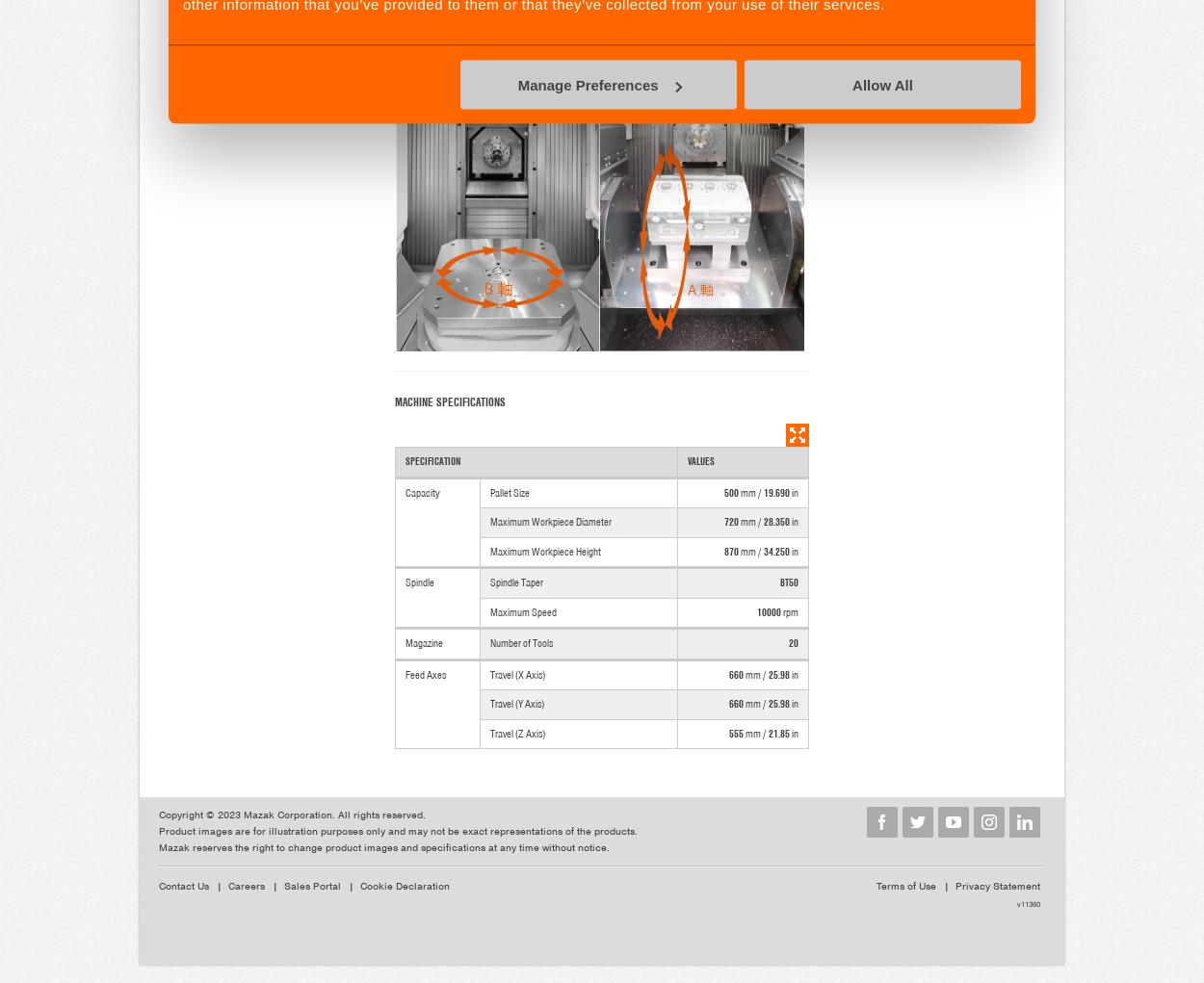 The image size is (1204, 983). What do you see at coordinates (764, 491) in the screenshot?
I see `'19.690'` at bounding box center [764, 491].